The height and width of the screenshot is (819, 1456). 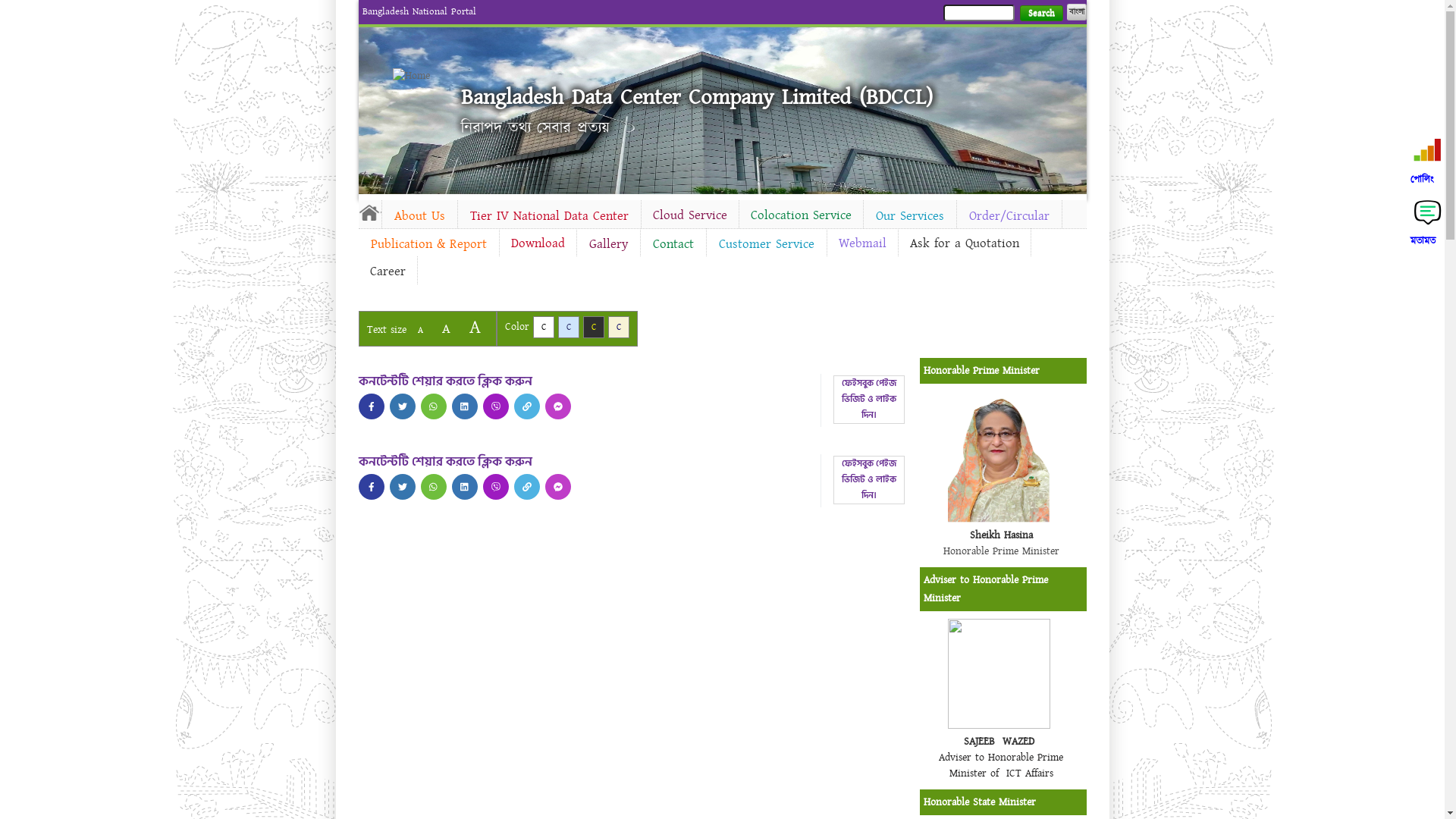 What do you see at coordinates (460, 96) in the screenshot?
I see `'Bangladesh Data Center Company Limited (BDCCL)'` at bounding box center [460, 96].